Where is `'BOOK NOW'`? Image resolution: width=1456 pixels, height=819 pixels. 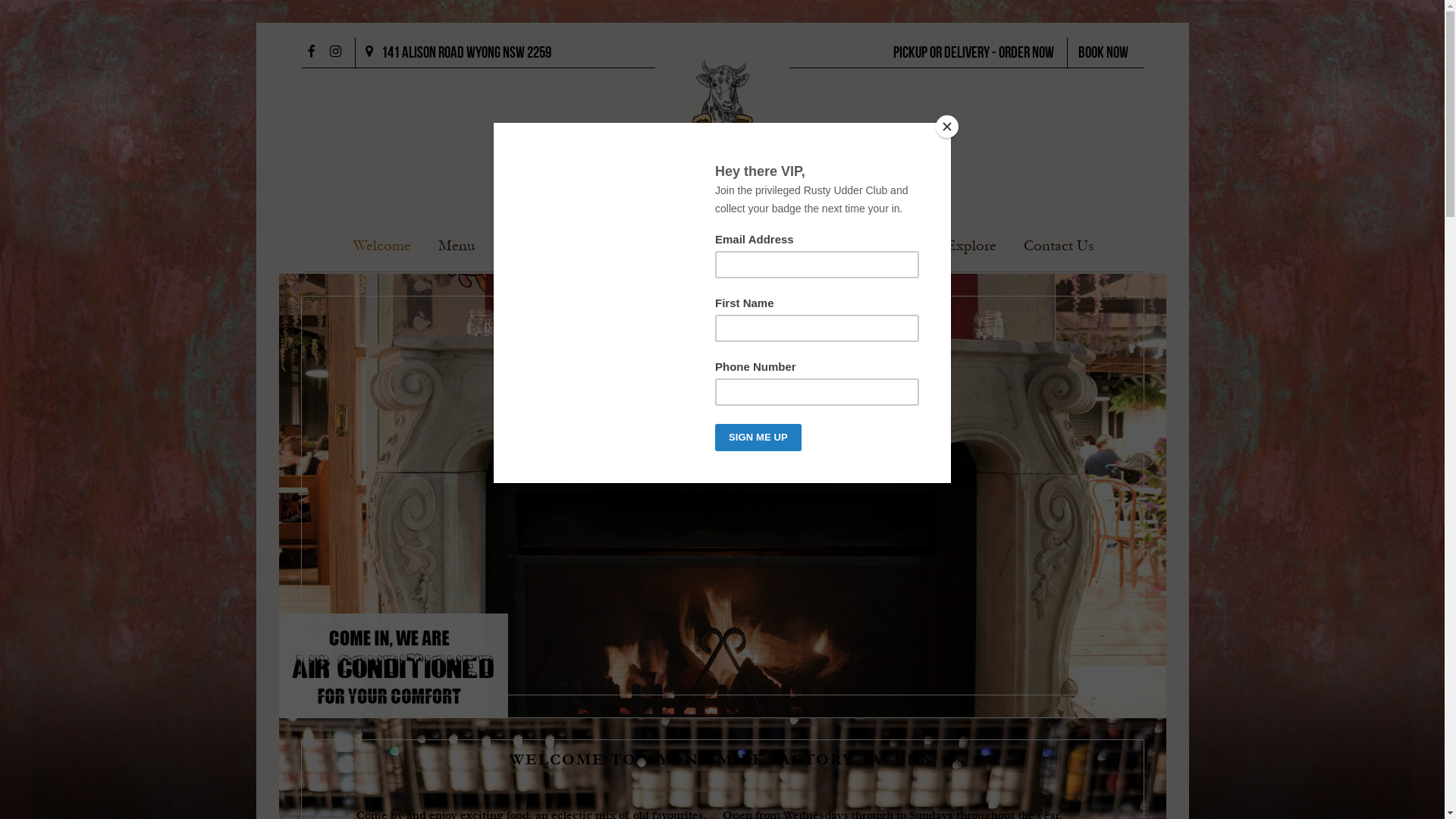
'BOOK NOW' is located at coordinates (1103, 52).